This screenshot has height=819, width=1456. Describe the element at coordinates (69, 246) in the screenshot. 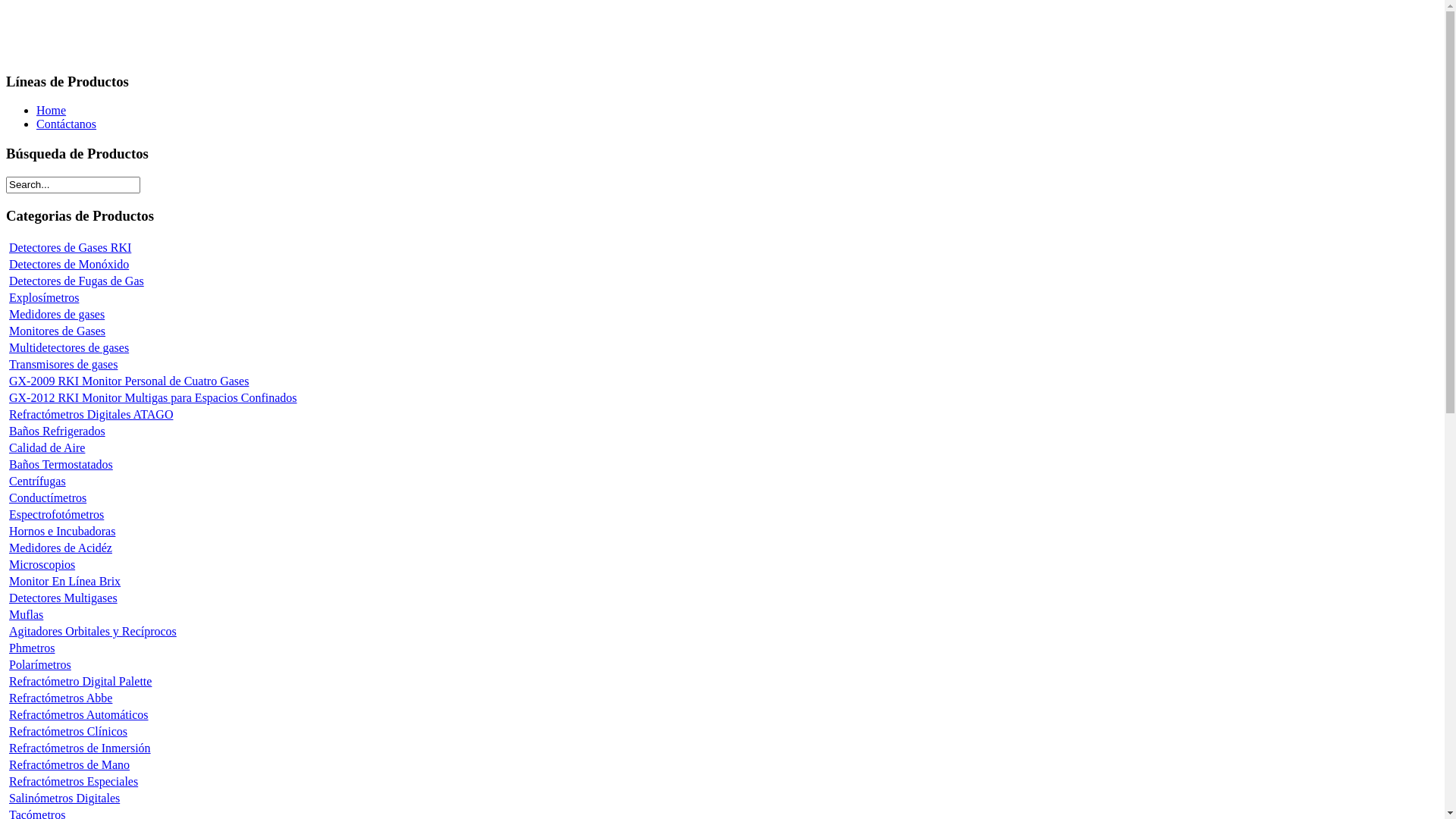

I see `'Detectores de Gases RKI'` at that location.